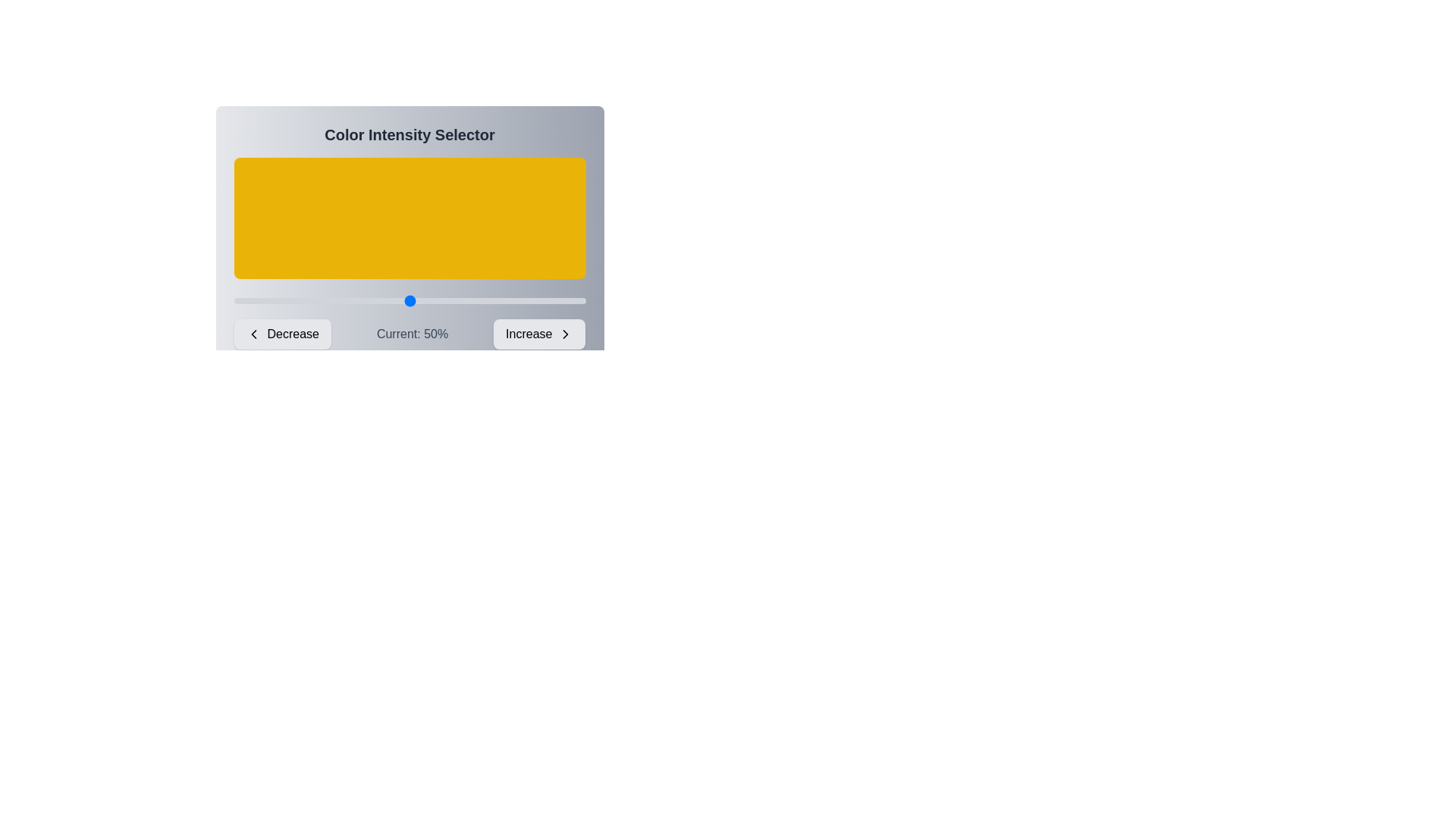 Image resolution: width=1456 pixels, height=819 pixels. What do you see at coordinates (565, 333) in the screenshot?
I see `the chevron icon that visually indicates increasing an attribute, located inside the 'Increase' button on the right side` at bounding box center [565, 333].